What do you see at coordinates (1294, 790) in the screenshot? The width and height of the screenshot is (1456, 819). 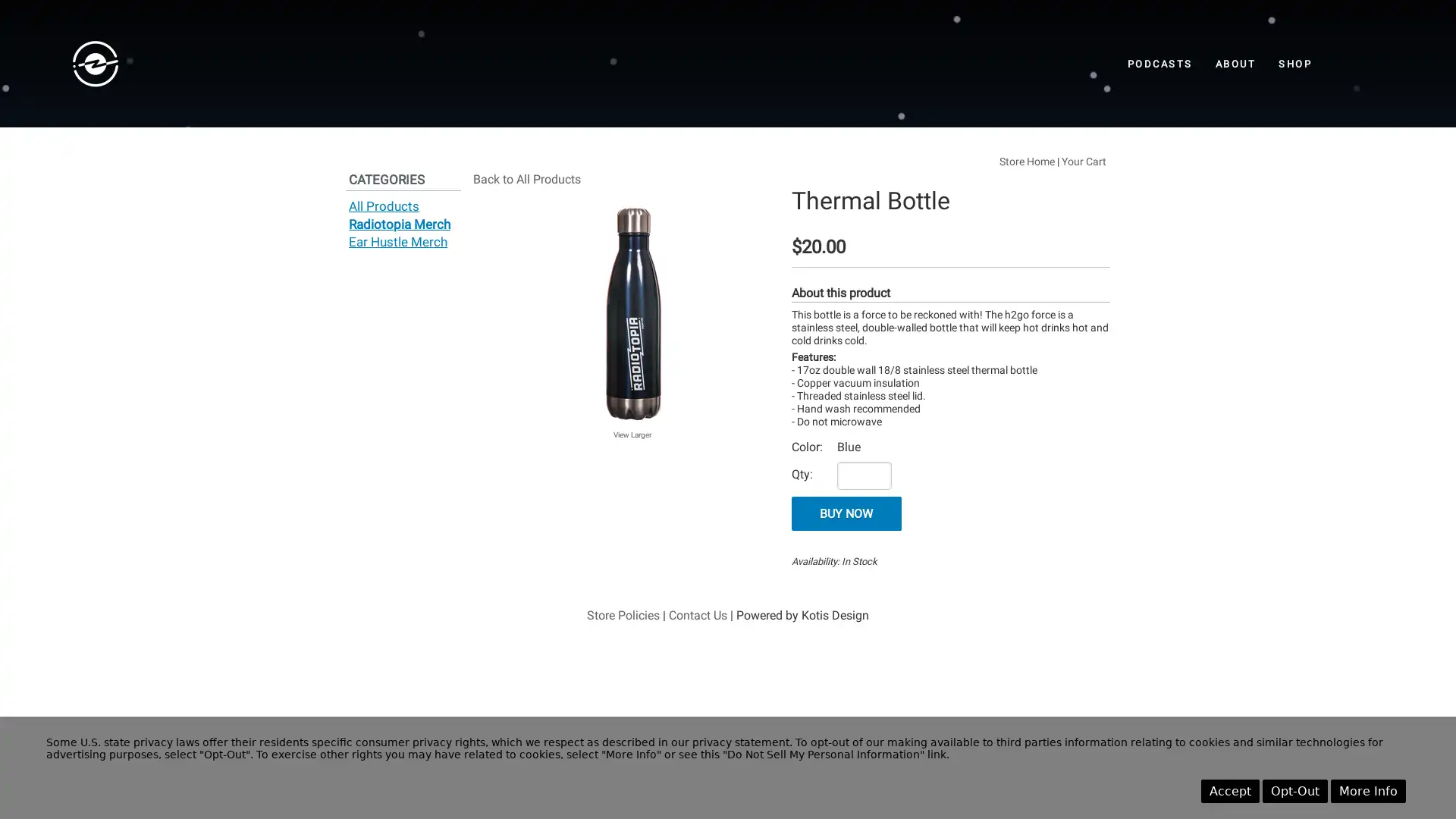 I see `Opt-Out` at bounding box center [1294, 790].